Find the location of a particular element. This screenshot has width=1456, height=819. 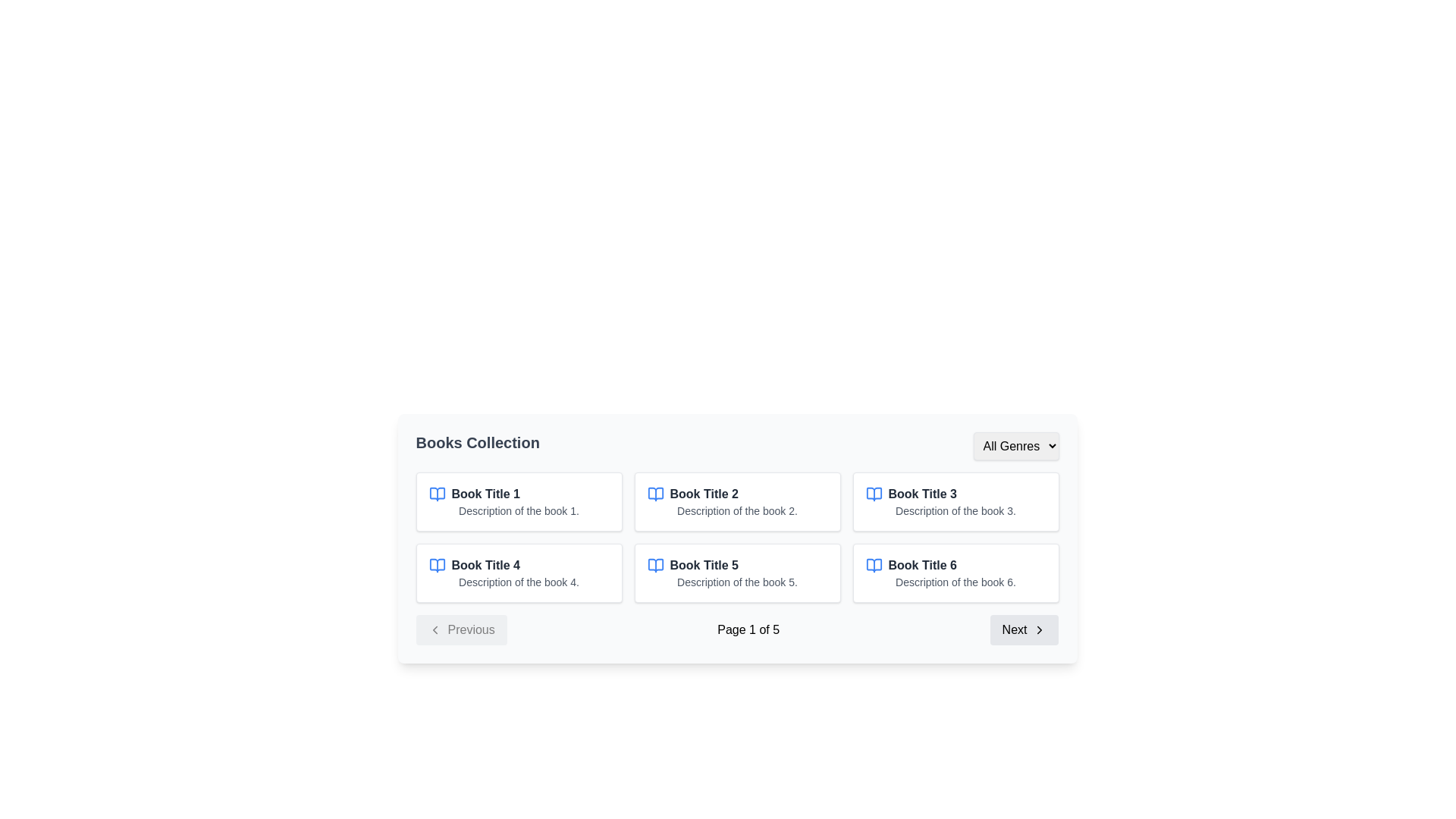

the text label that serves as the title or header for the section indicating content related to a collection of books is located at coordinates (477, 445).